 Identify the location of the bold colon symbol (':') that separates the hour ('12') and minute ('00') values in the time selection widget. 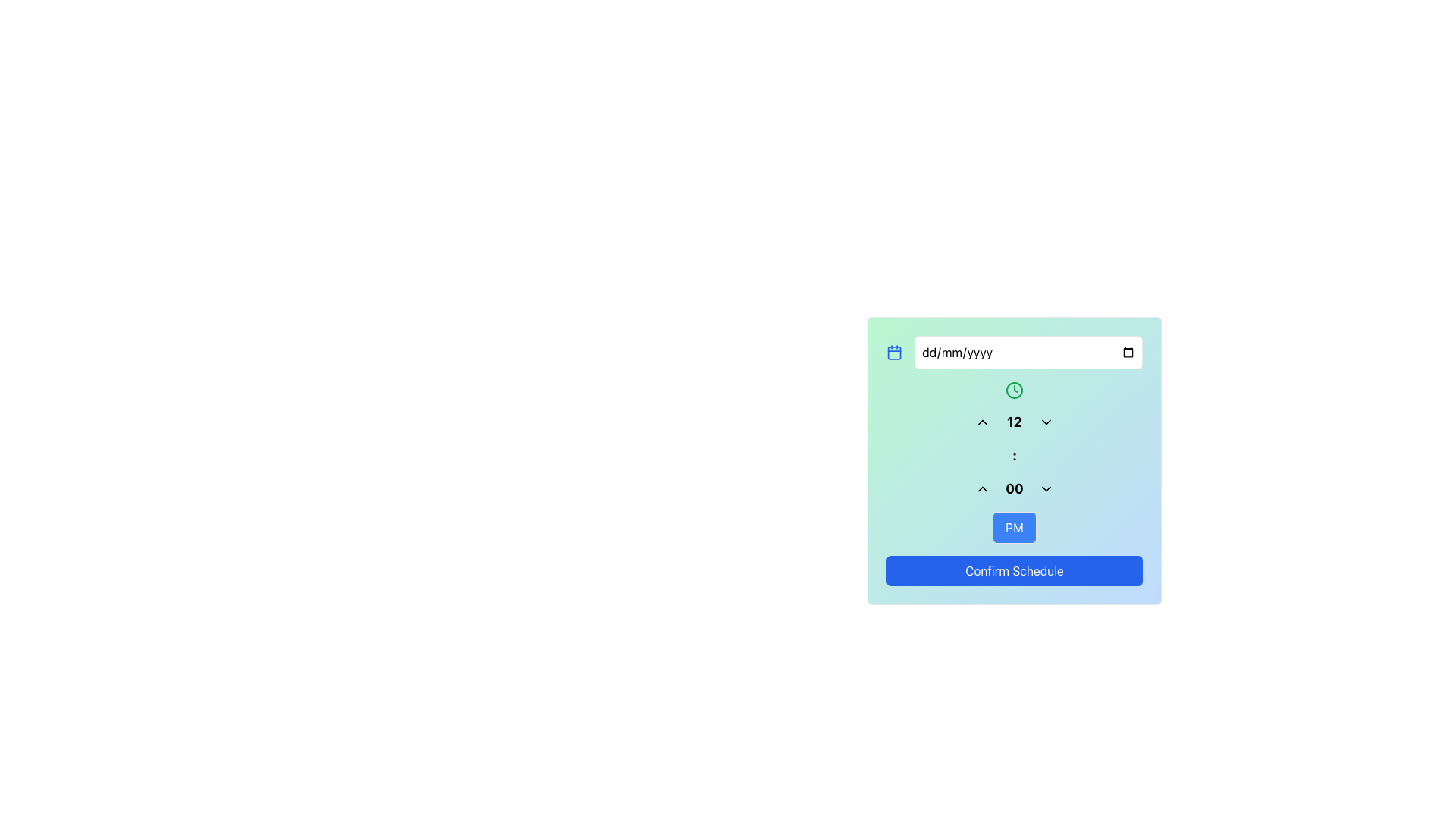
(1015, 455).